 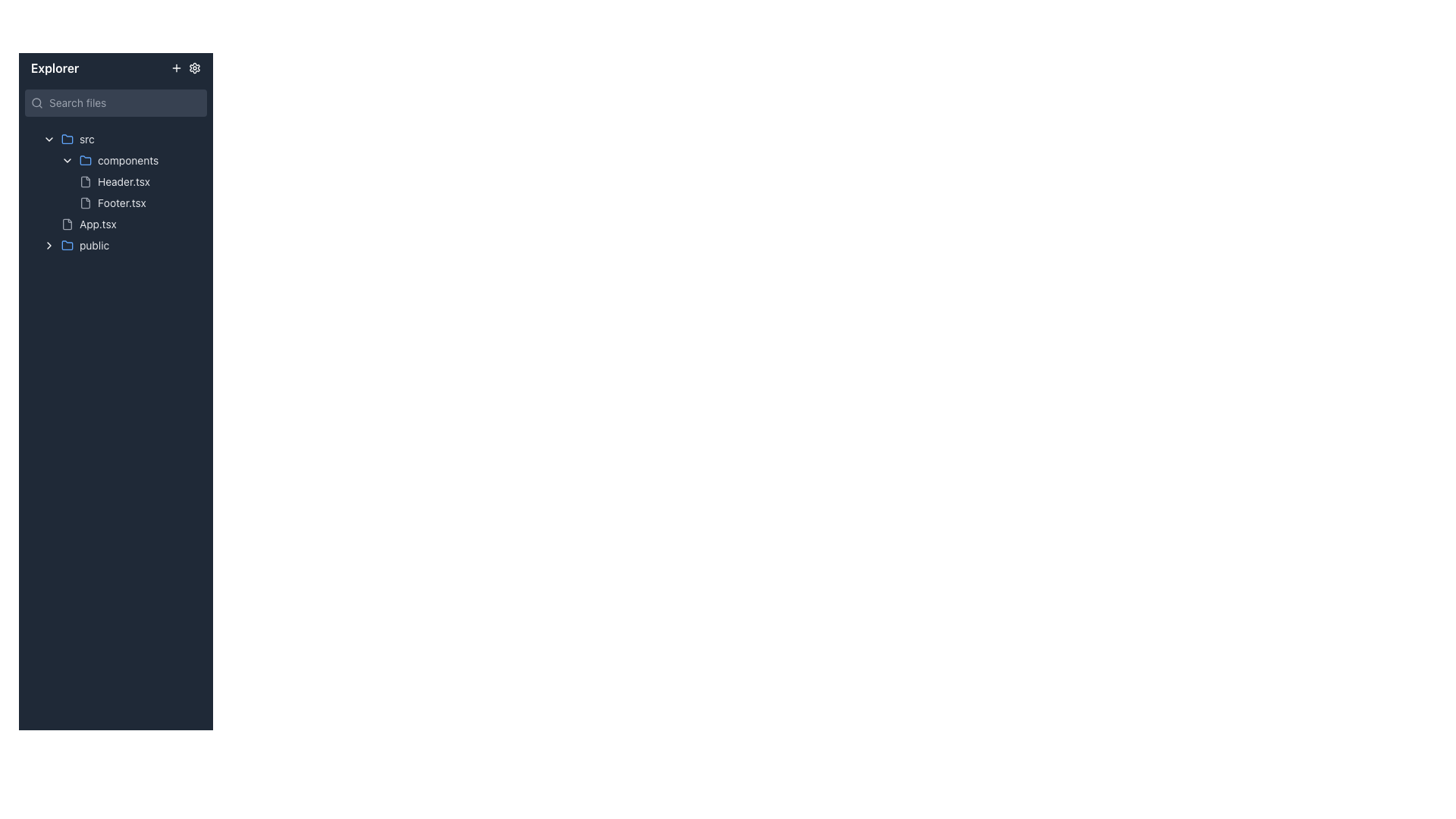 What do you see at coordinates (67, 140) in the screenshot?
I see `the small blue folder icon located to the left of the 'src' text label in the file explorer interface` at bounding box center [67, 140].